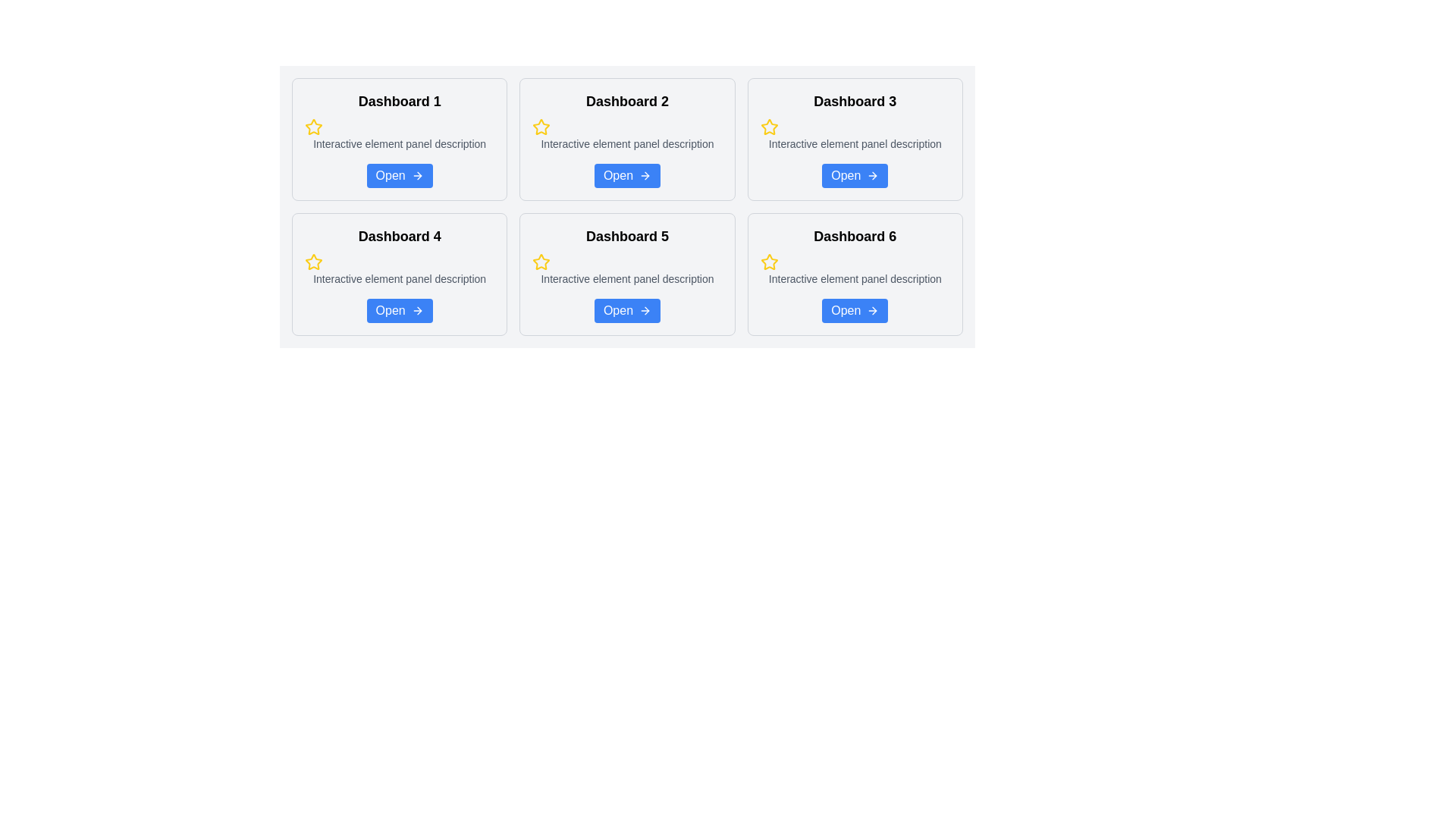  I want to click on the right-pointing arrow icon within the 'Open' button located in the fifth panel of the second row in a 2x3 grid layout, so click(647, 309).